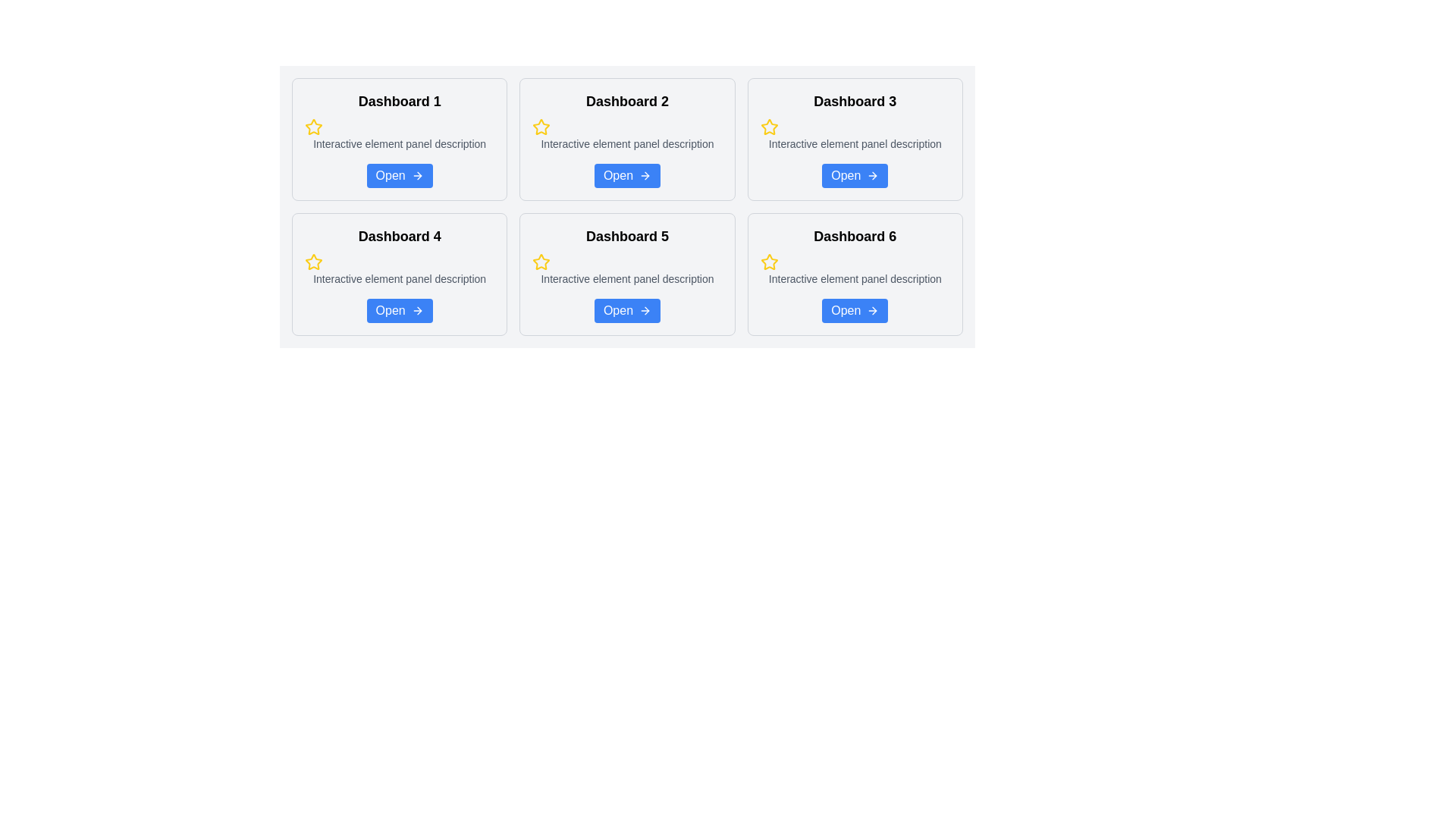  I want to click on the right-pointing arrow icon within the 'Open' button located in the fifth panel of the second row in a 2x3 grid layout, so click(647, 309).